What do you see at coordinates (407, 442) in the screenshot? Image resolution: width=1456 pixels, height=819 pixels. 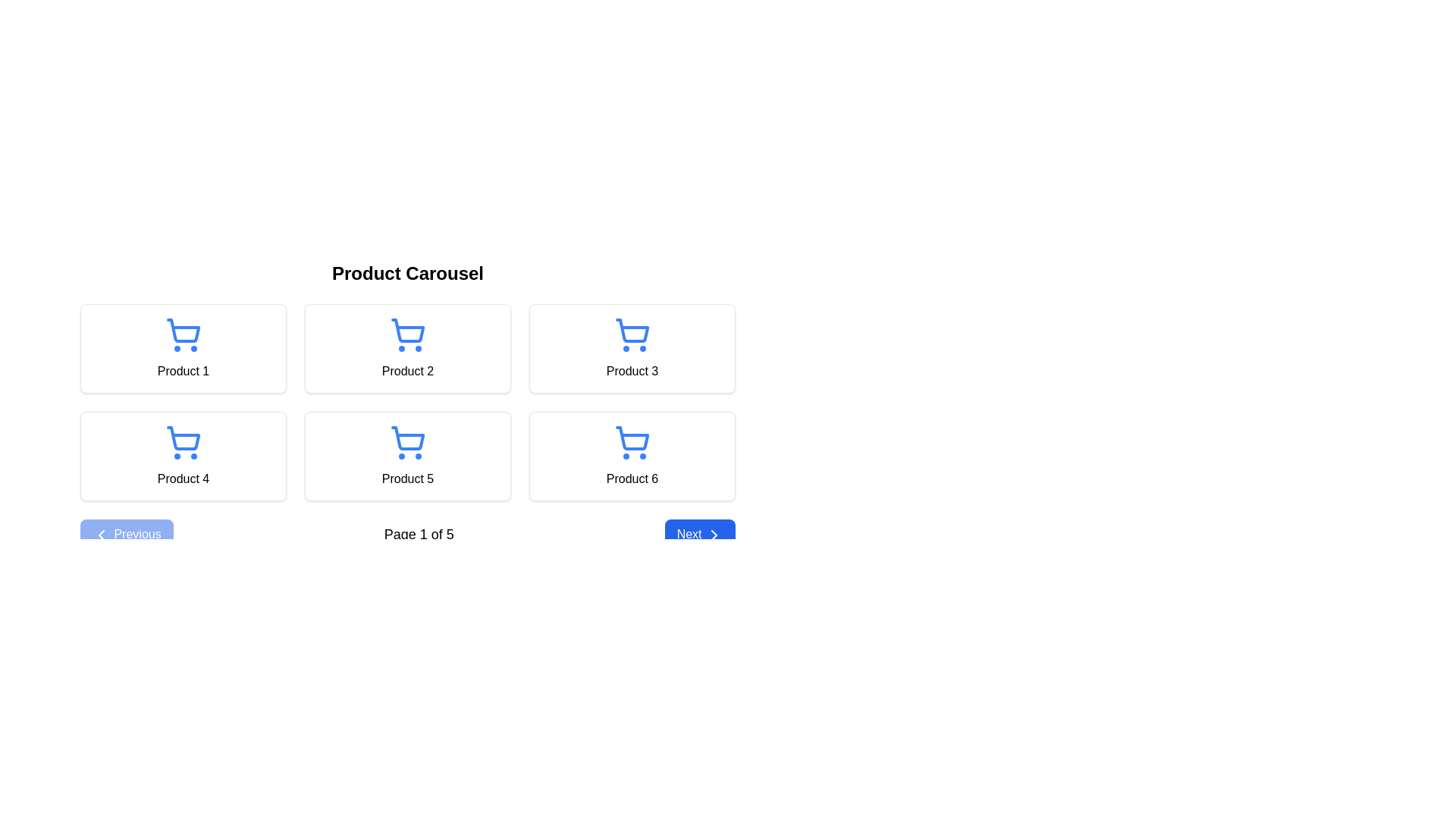 I see `the shopping cart icon, which is a blue outline of a cart with two wheels, positioned above the label 'Product 5' in the second row of the grid layout` at bounding box center [407, 442].